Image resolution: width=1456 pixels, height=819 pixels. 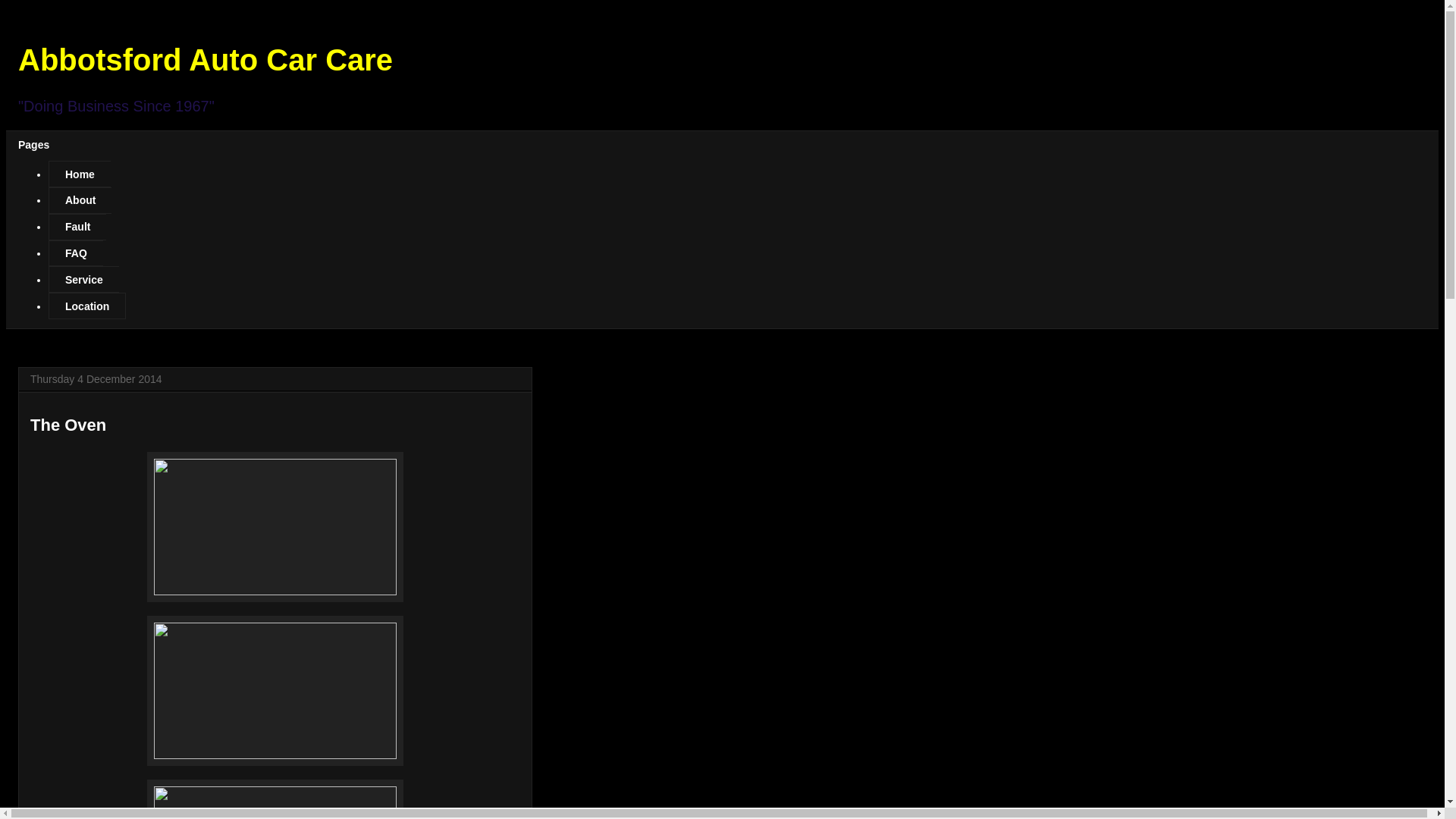 I want to click on 'Location', so click(x=86, y=306).